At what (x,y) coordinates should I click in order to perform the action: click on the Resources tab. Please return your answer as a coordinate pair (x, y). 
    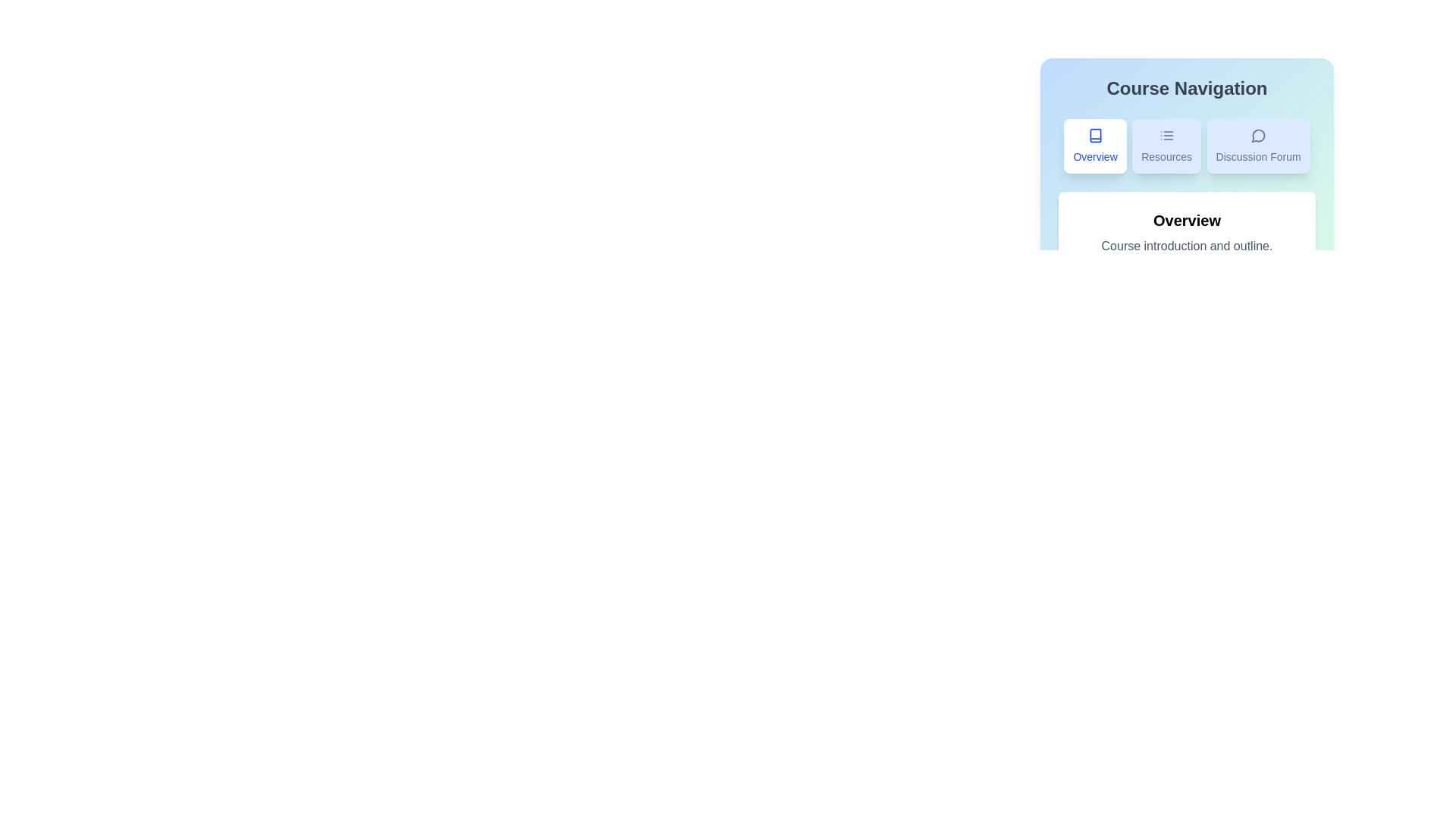
    Looking at the image, I should click on (1166, 146).